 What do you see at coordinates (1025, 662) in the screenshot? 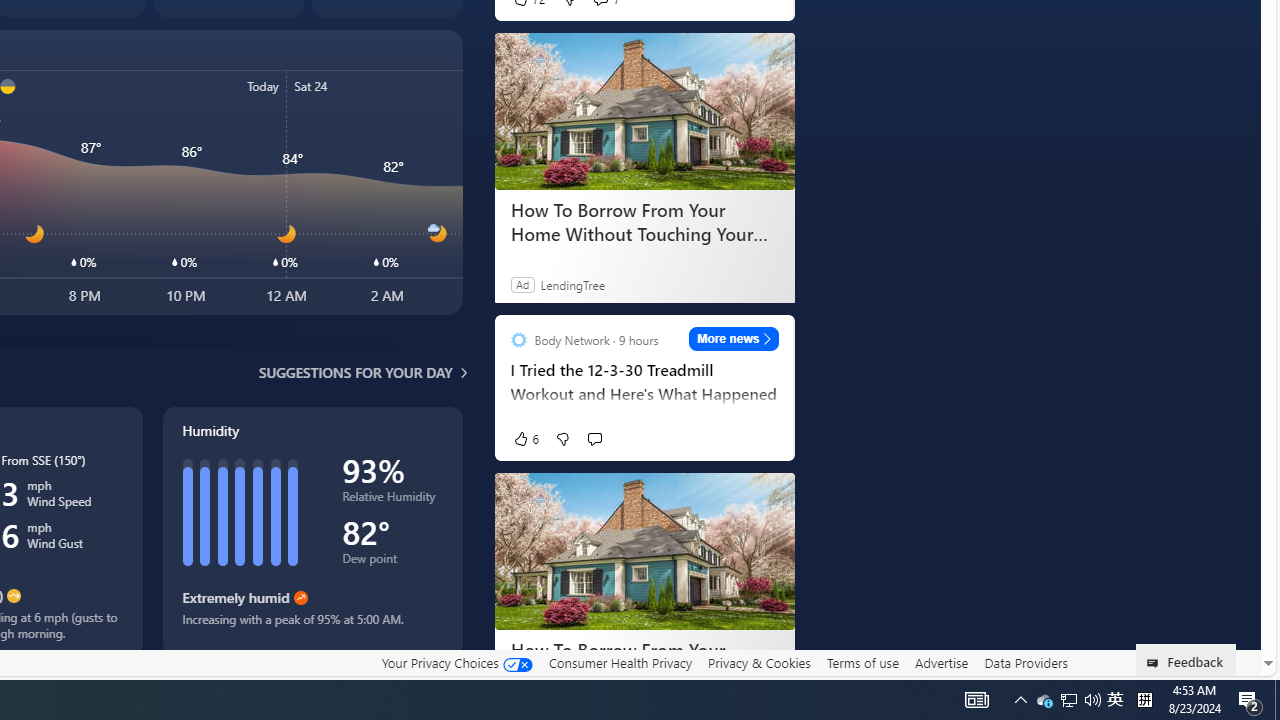
I see `'Data Providers'` at bounding box center [1025, 662].